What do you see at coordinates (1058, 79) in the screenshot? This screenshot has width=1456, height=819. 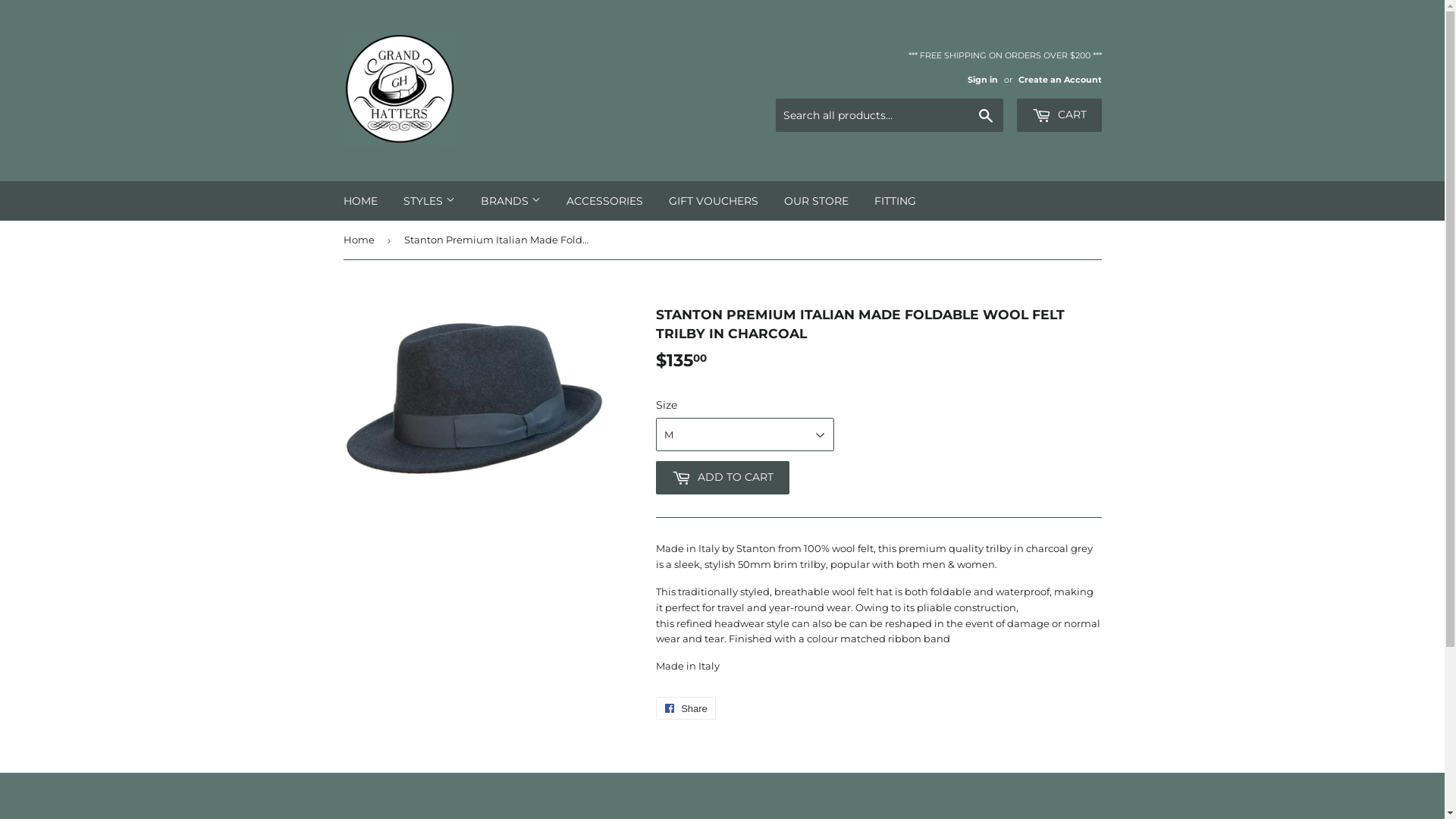 I see `'Create an Account'` at bounding box center [1058, 79].